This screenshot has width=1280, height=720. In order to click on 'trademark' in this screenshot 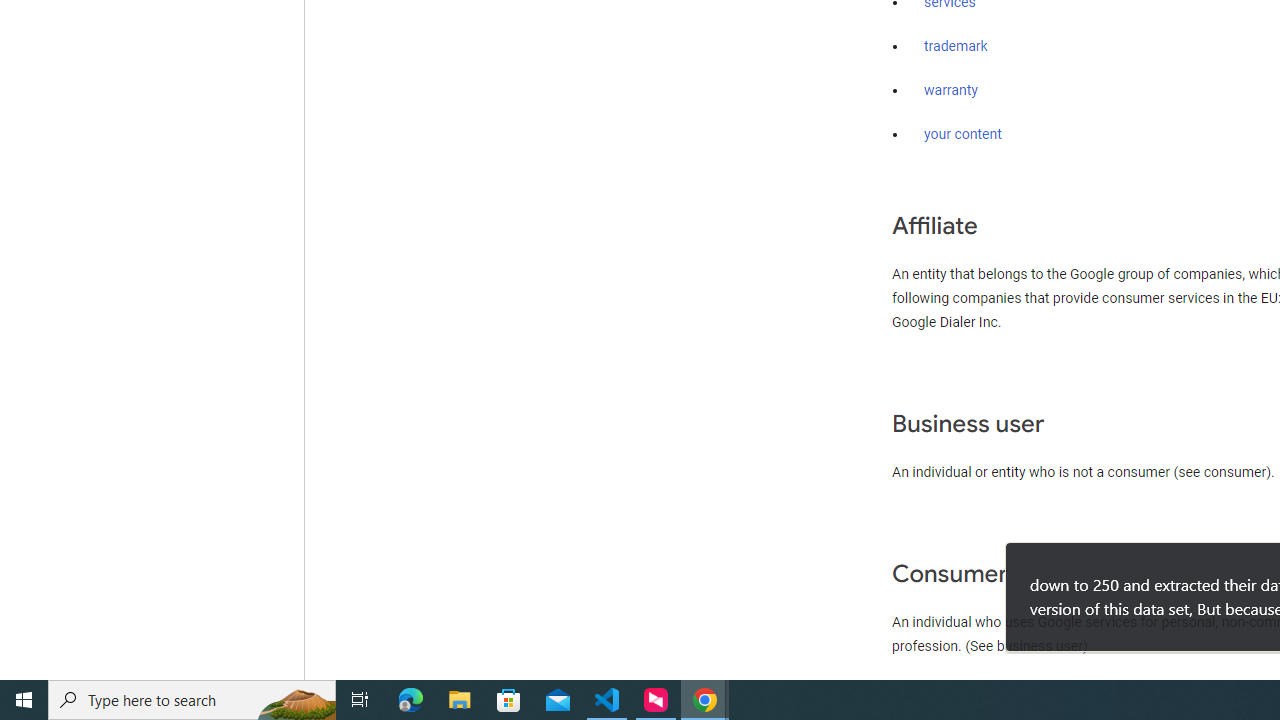, I will do `click(955, 46)`.